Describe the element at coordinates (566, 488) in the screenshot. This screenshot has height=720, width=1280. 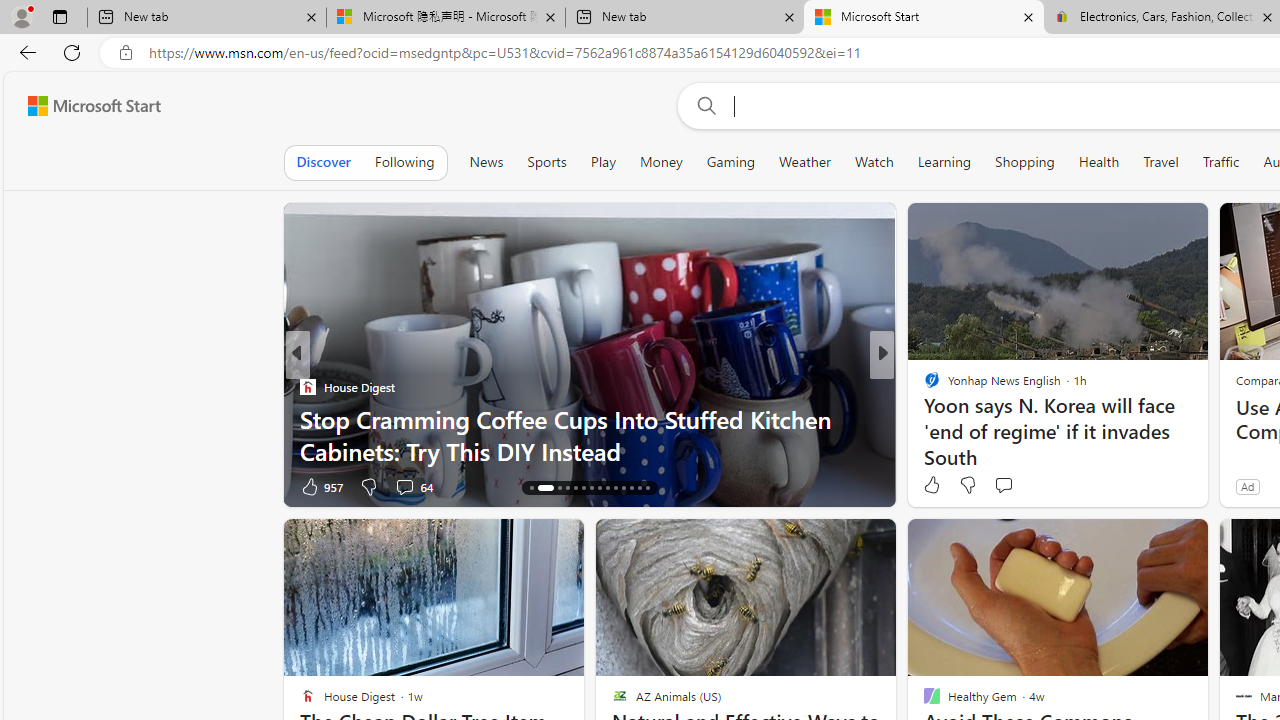
I see `'AutomationID: tab-18'` at that location.